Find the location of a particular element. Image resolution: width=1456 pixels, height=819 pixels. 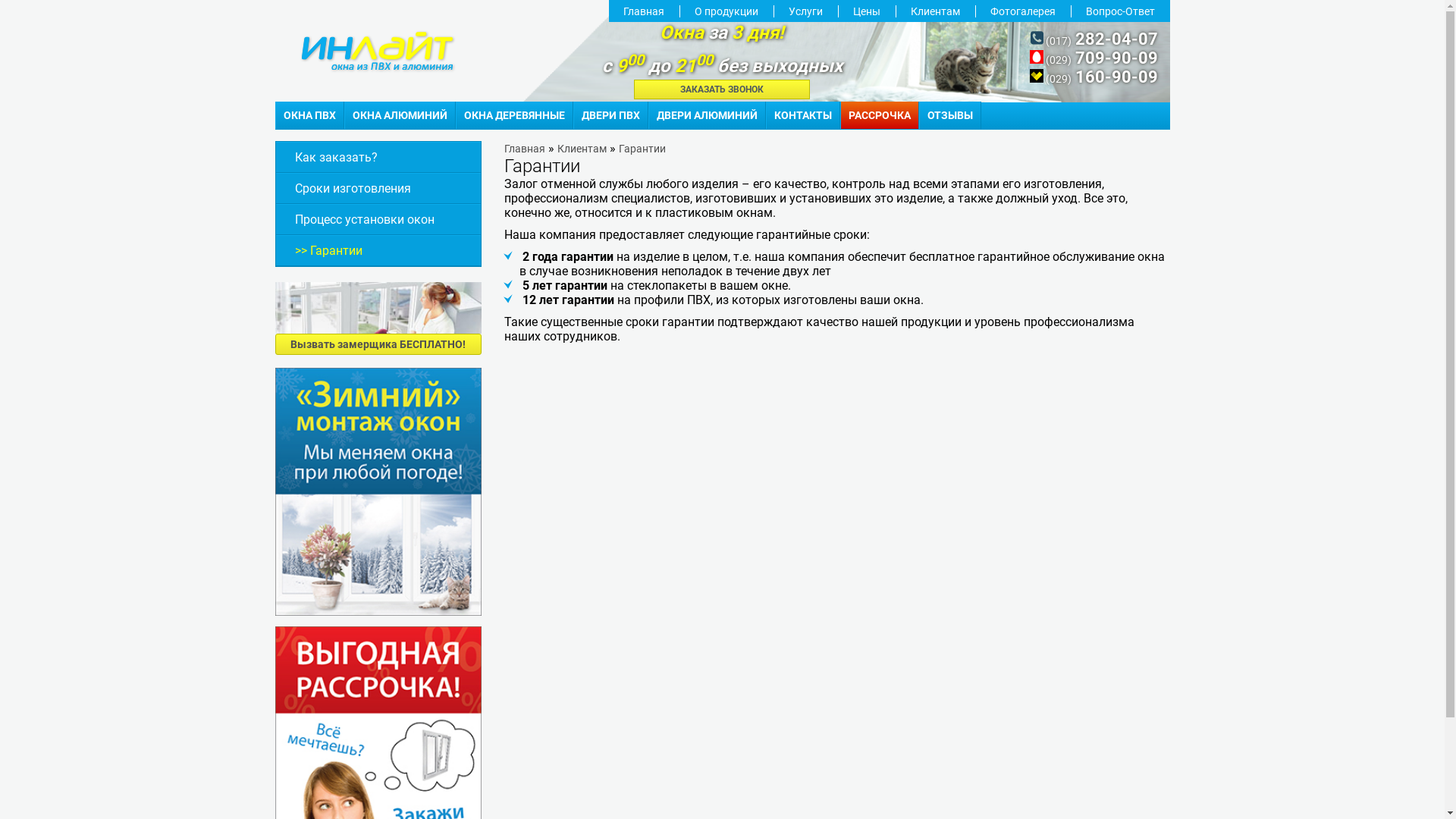

'(029) 160-90-09' is located at coordinates (1094, 78).